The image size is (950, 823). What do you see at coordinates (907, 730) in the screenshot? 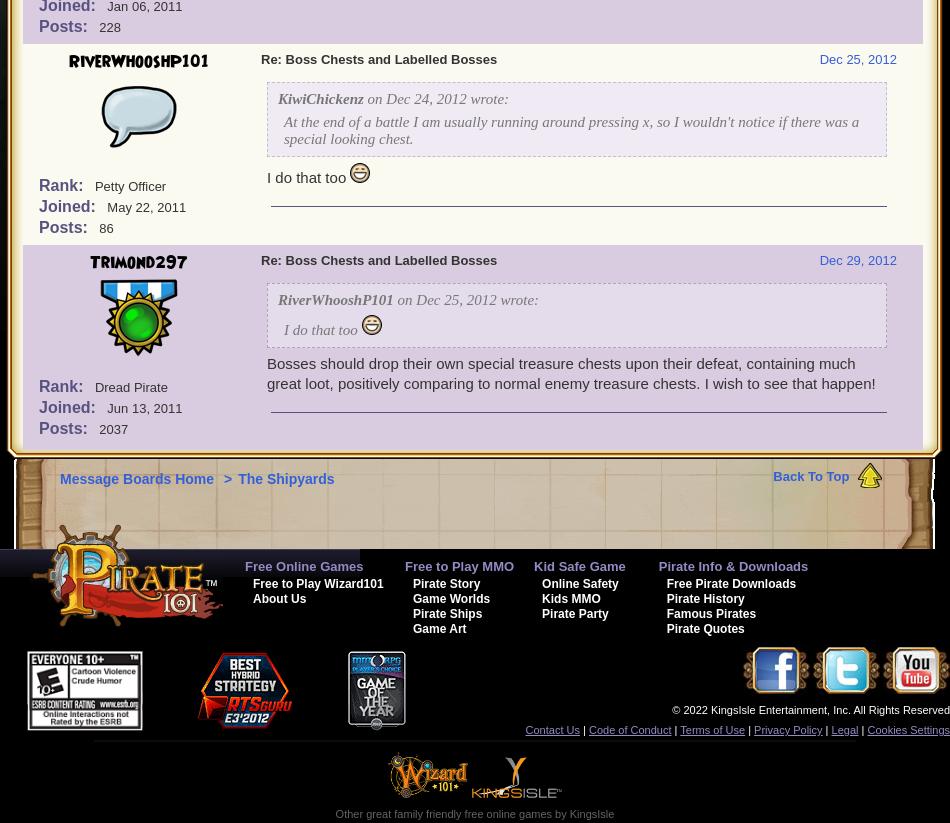
I see `'Cookies Settings'` at bounding box center [907, 730].